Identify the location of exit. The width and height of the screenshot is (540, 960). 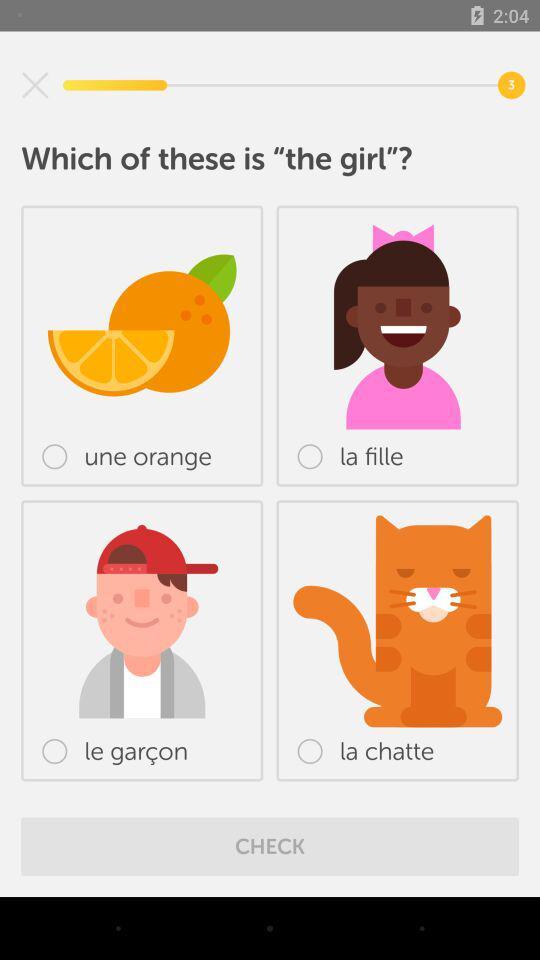
(35, 85).